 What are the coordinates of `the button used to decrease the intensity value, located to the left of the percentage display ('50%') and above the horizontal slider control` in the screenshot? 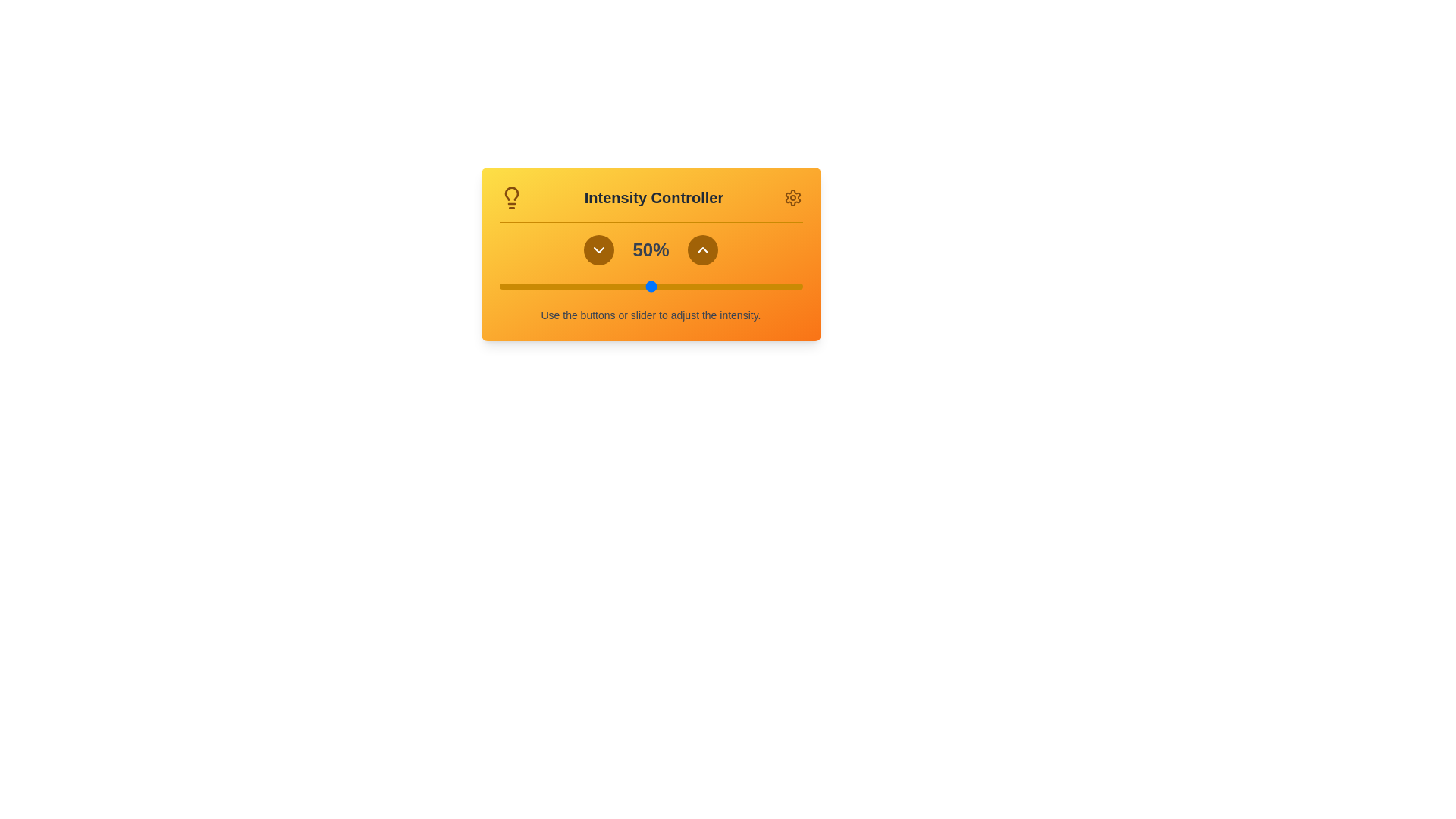 It's located at (598, 249).